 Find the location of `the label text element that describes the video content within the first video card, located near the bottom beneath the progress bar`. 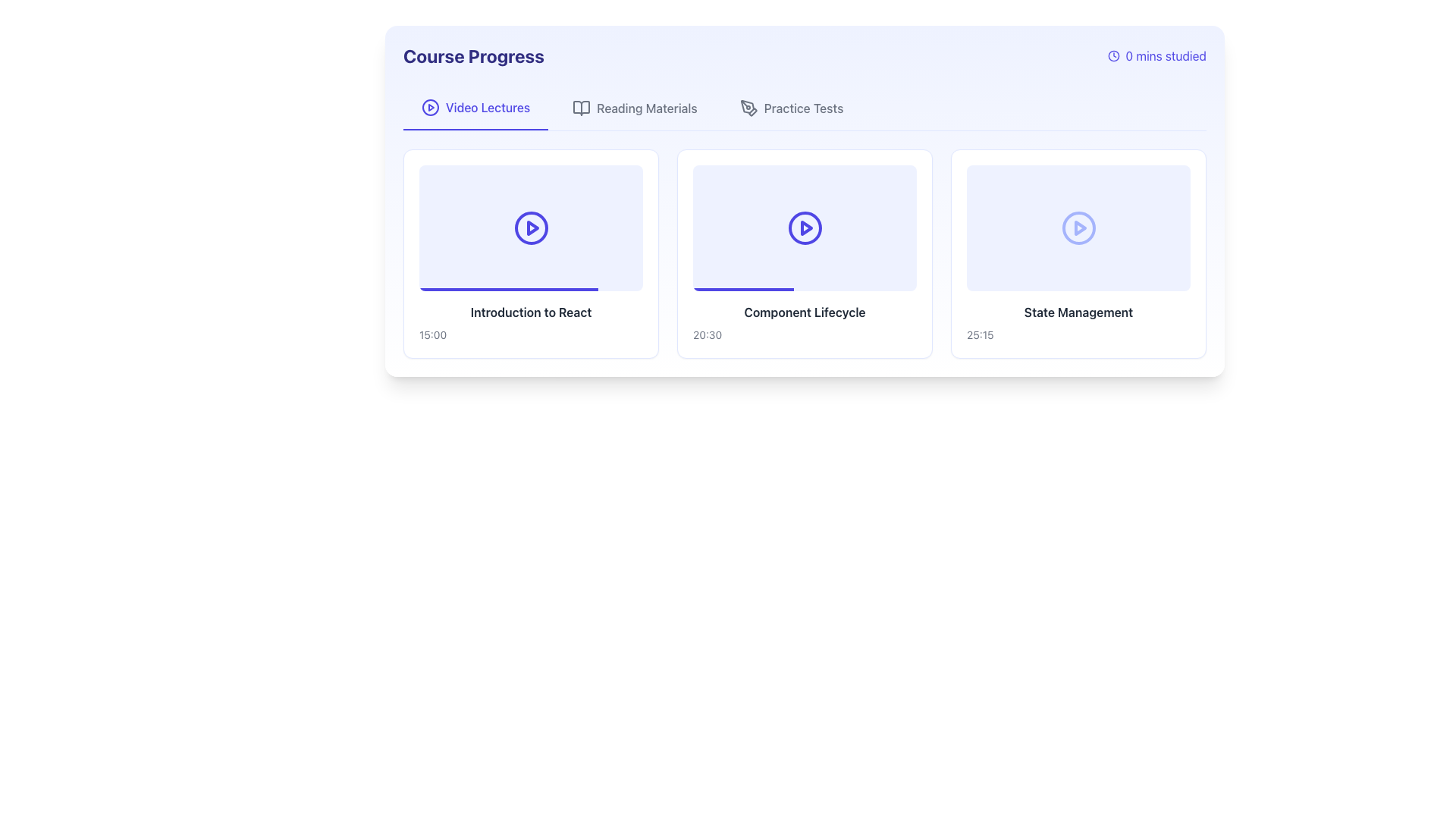

the label text element that describes the video content within the first video card, located near the bottom beneath the progress bar is located at coordinates (531, 311).